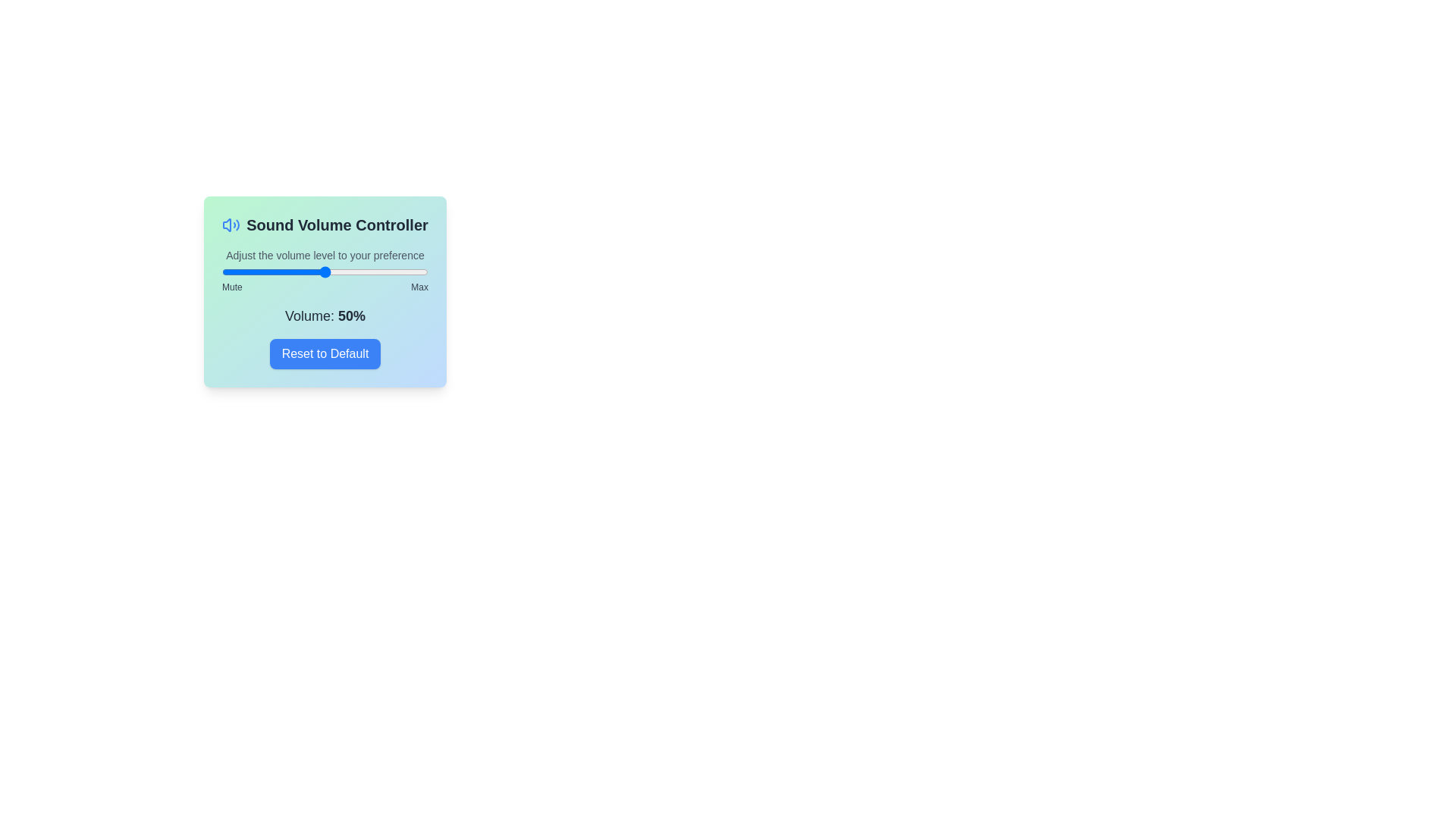  I want to click on the volume to 12 percent by dragging the slider, so click(246, 271).